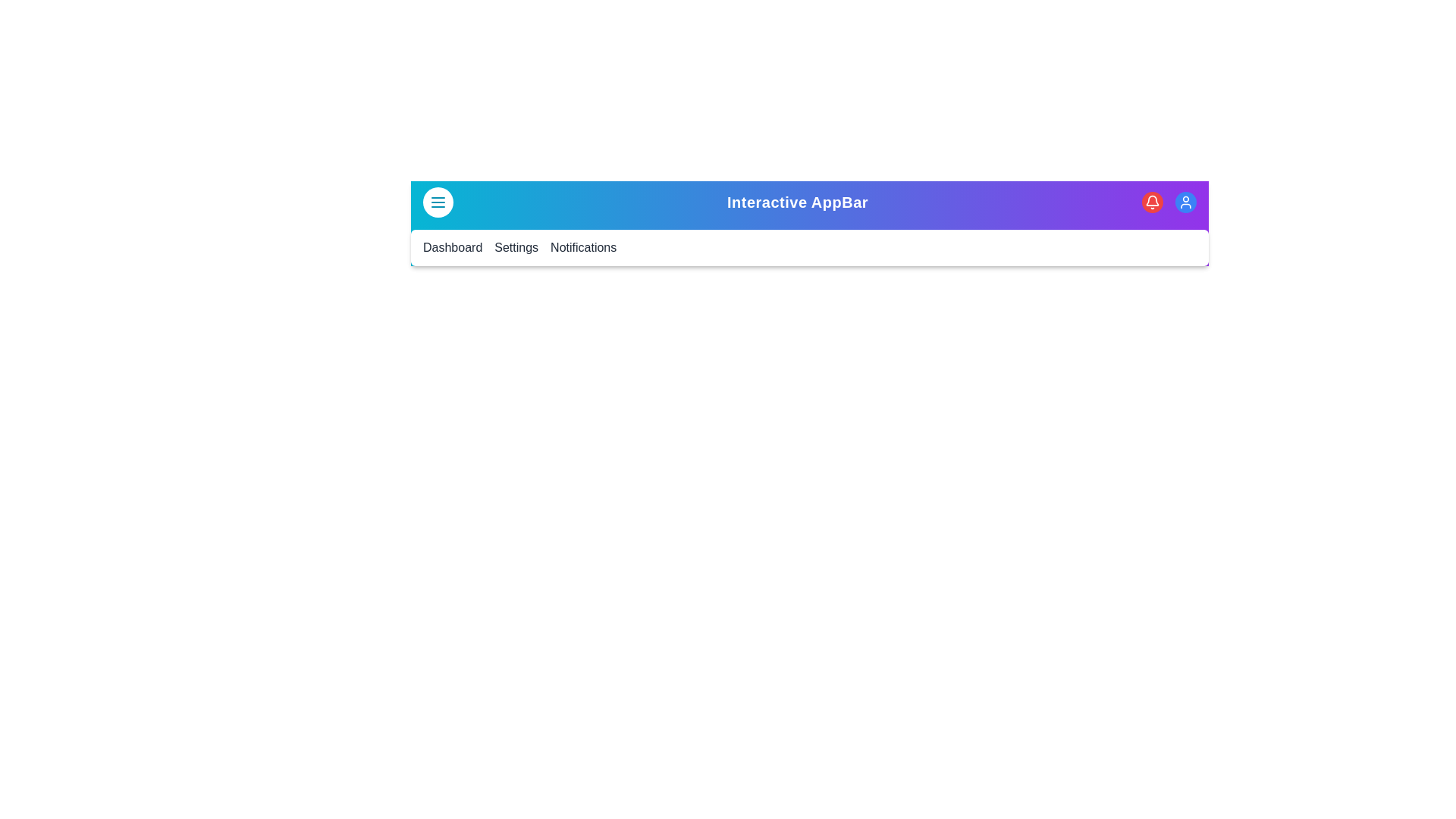  Describe the element at coordinates (516, 247) in the screenshot. I see `the Settings button to navigate to the desired section` at that location.